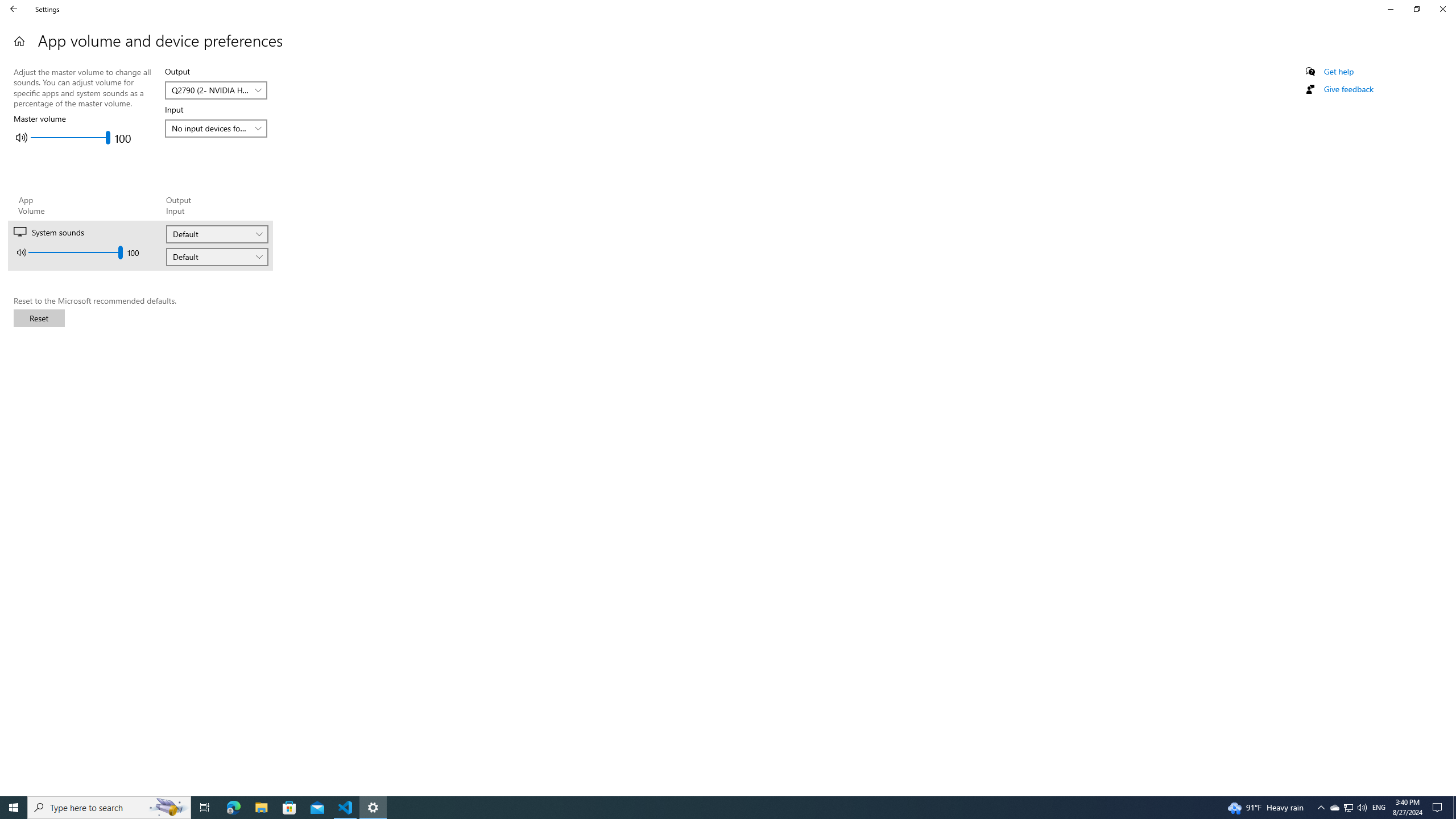 The width and height of the screenshot is (1456, 819). What do you see at coordinates (1338, 71) in the screenshot?
I see `'Get help'` at bounding box center [1338, 71].